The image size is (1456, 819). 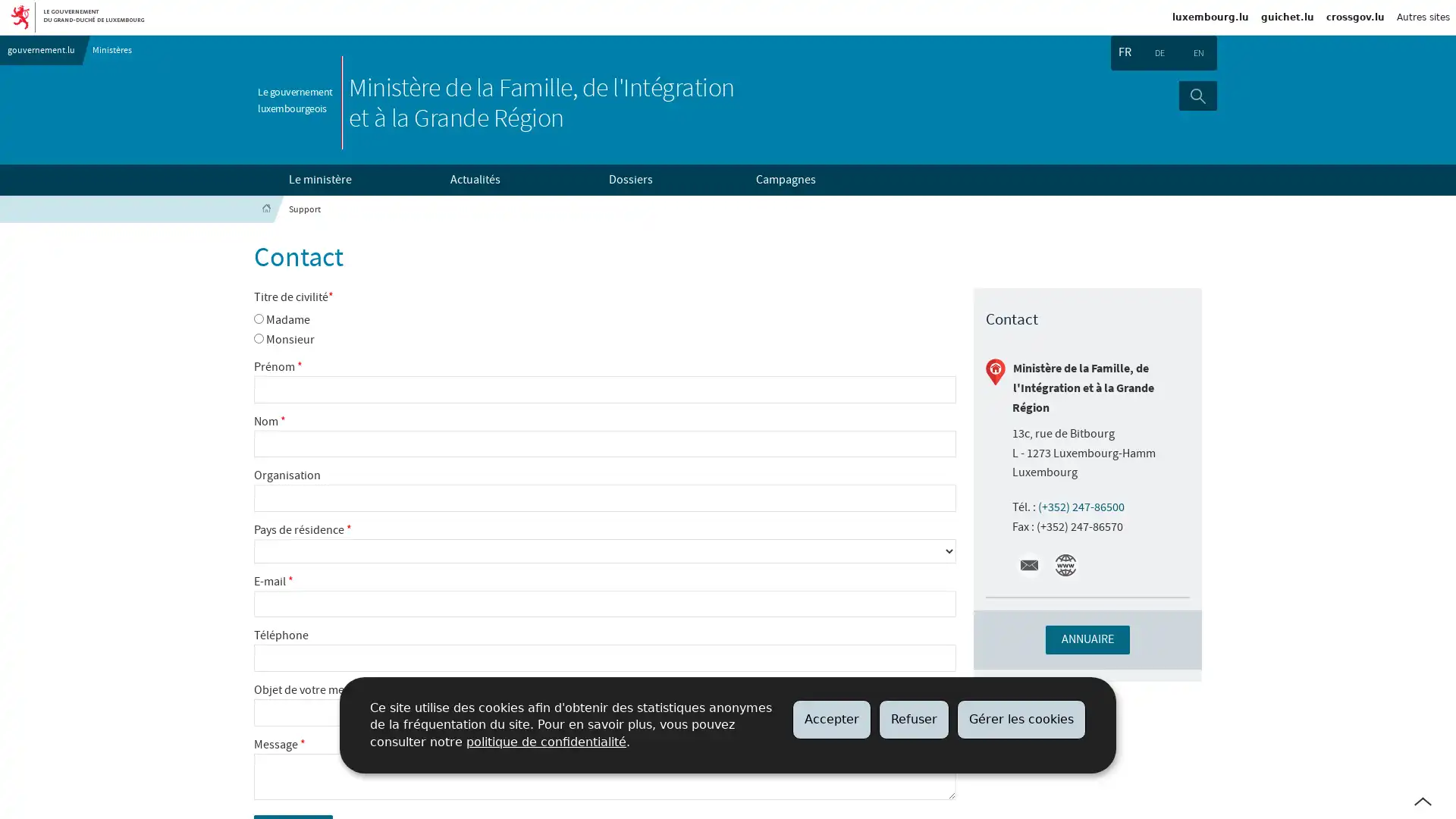 What do you see at coordinates (831, 718) in the screenshot?
I see `Accepter` at bounding box center [831, 718].